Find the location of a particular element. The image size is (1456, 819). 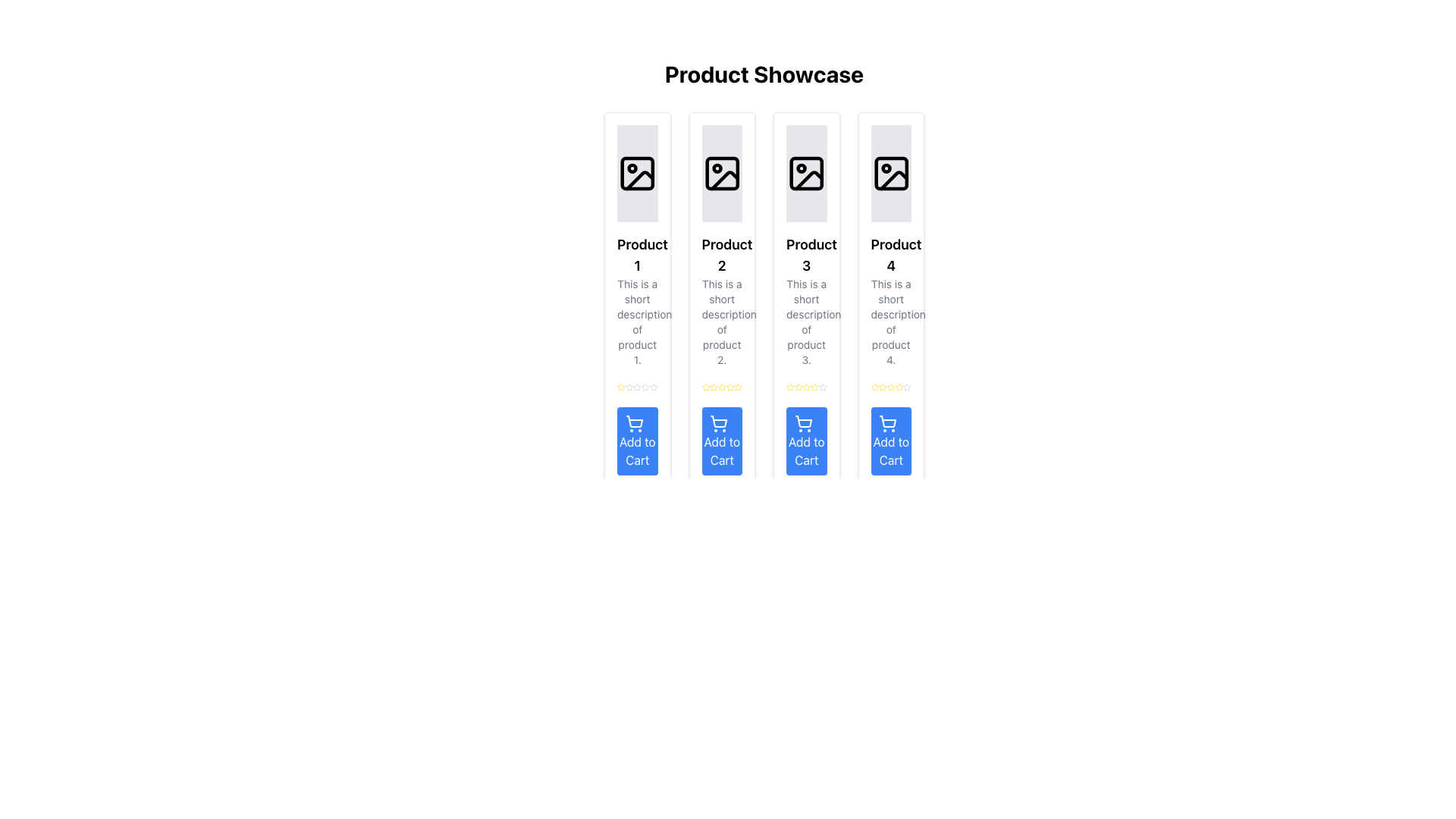

textual description located beneath the title 'Product 4' in the fourth product column of the product card layout is located at coordinates (891, 321).